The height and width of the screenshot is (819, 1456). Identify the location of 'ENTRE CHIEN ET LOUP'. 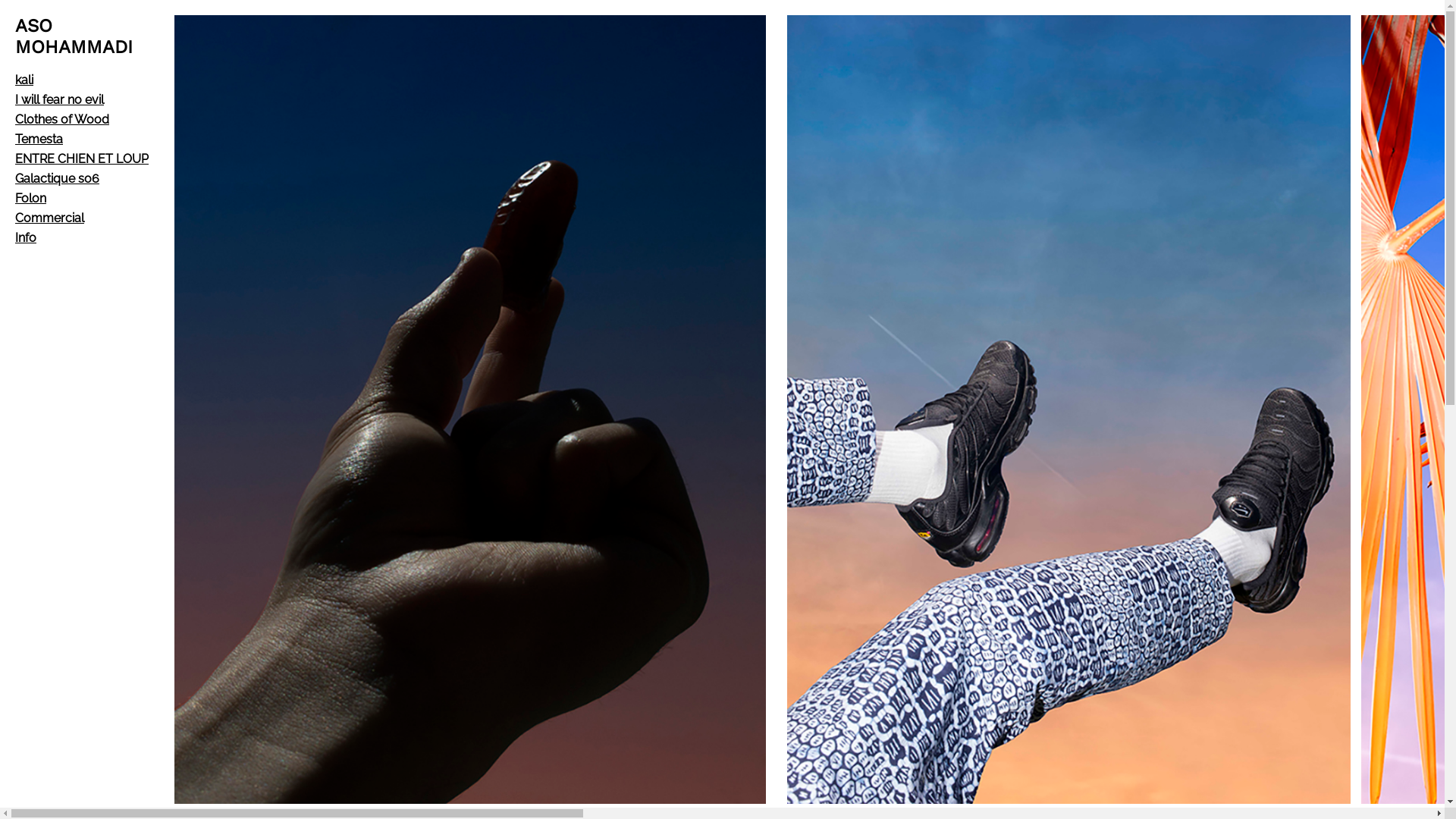
(14, 158).